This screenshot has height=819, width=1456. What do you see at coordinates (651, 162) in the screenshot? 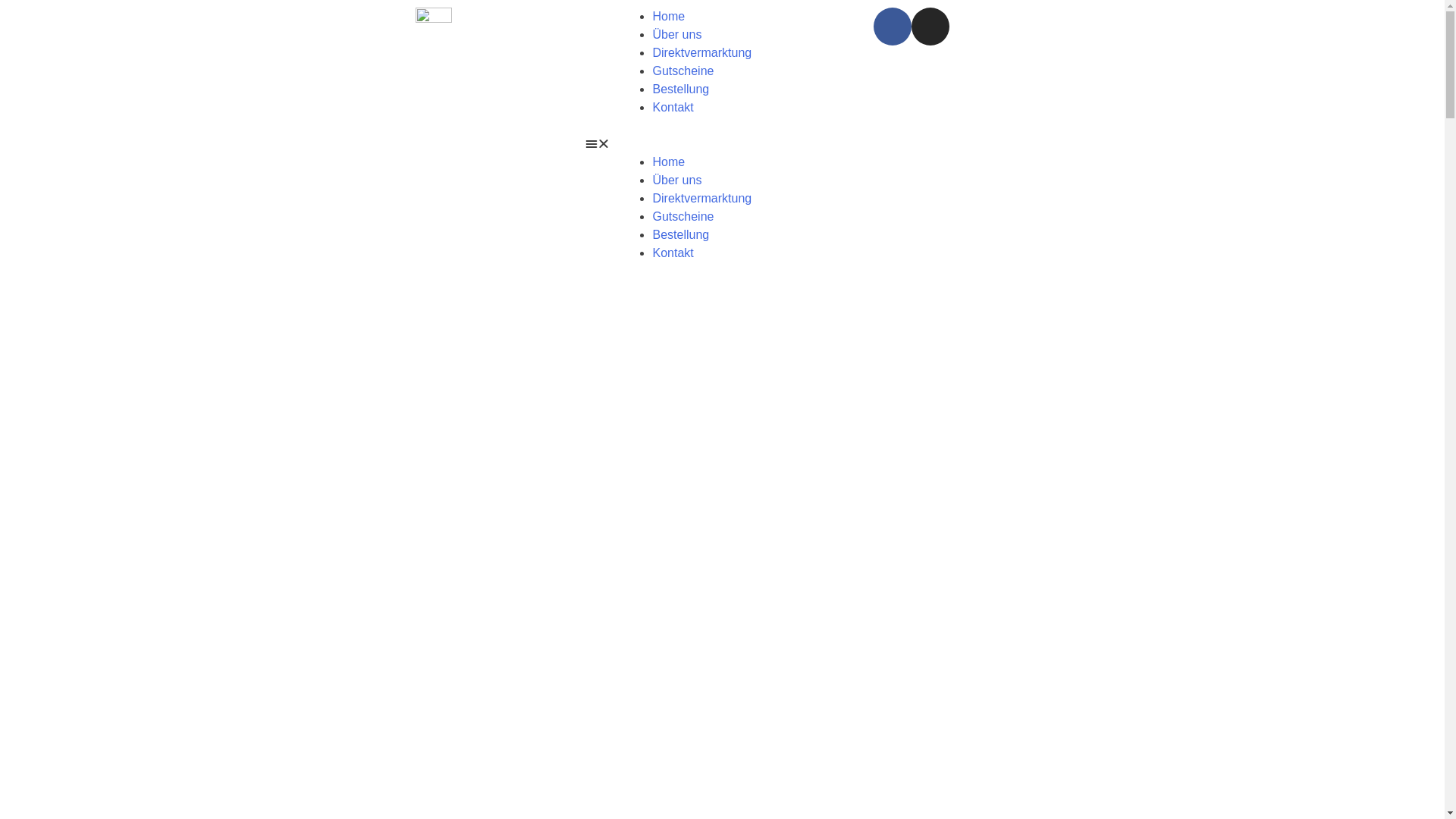
I see `'Home'` at bounding box center [651, 162].